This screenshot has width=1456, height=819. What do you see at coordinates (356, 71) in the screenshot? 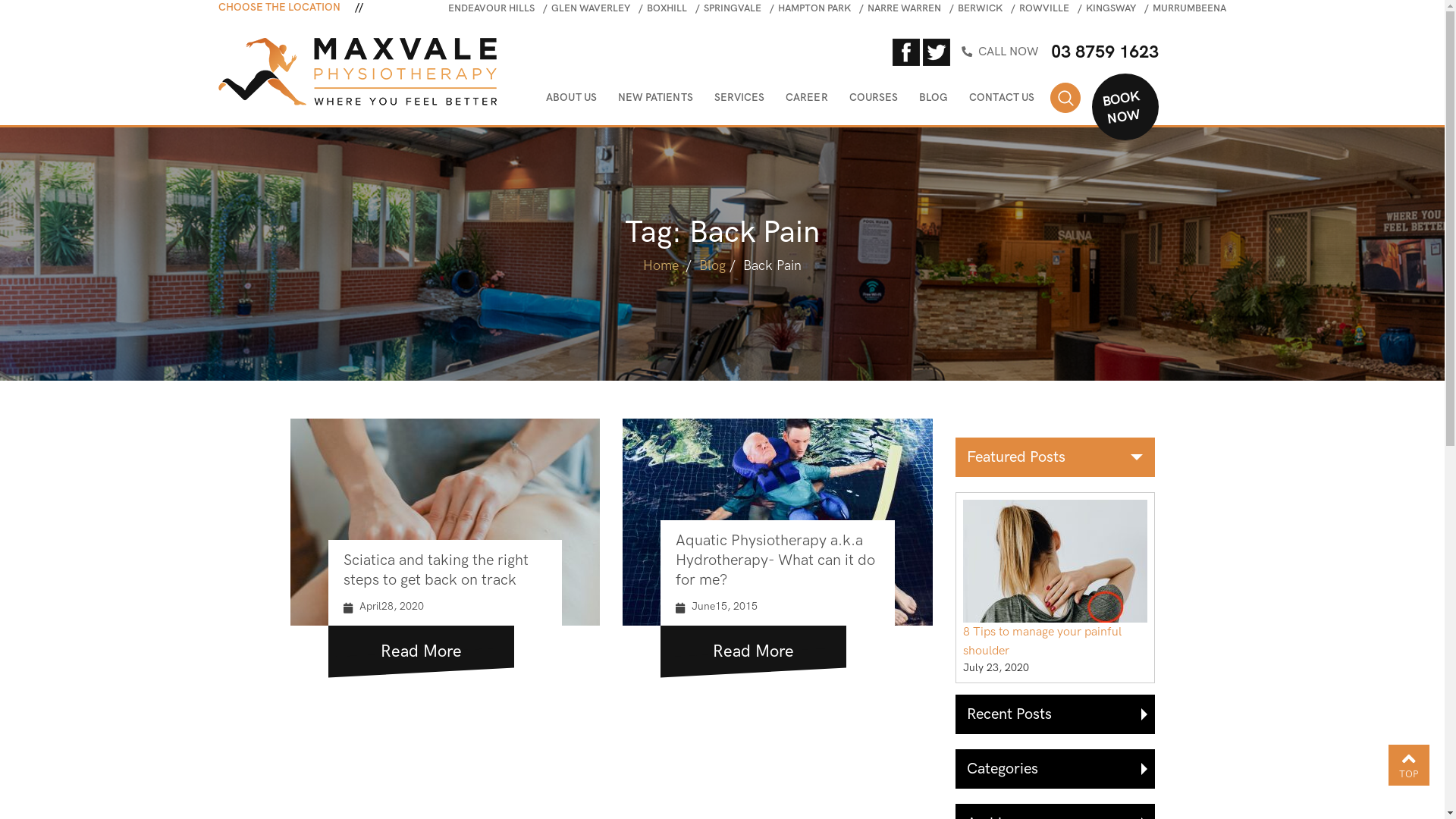
I see `'Maxvale Physiotherapy'` at bounding box center [356, 71].